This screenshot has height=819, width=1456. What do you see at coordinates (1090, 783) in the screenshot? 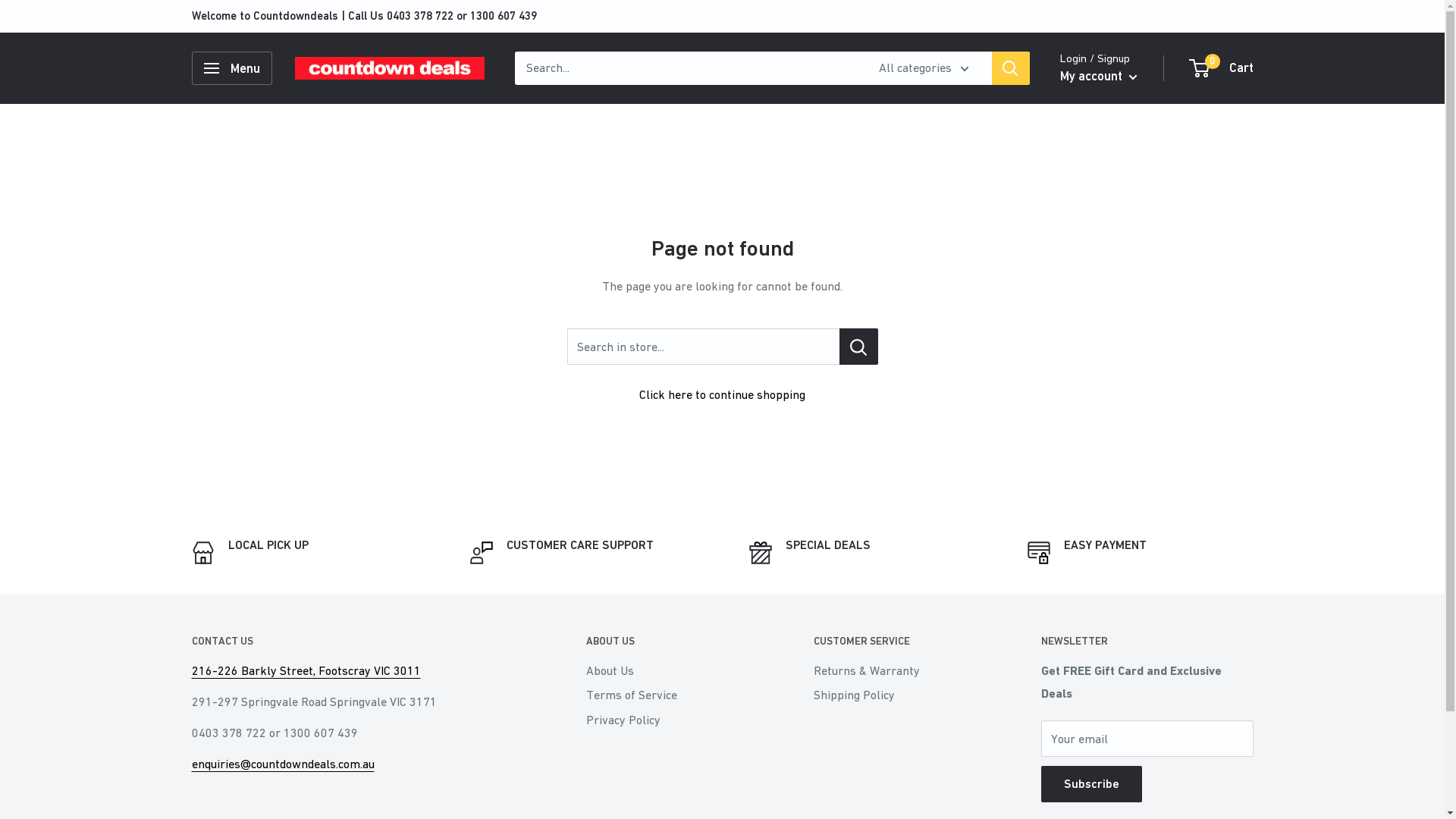
I see `'Subscribe'` at bounding box center [1090, 783].